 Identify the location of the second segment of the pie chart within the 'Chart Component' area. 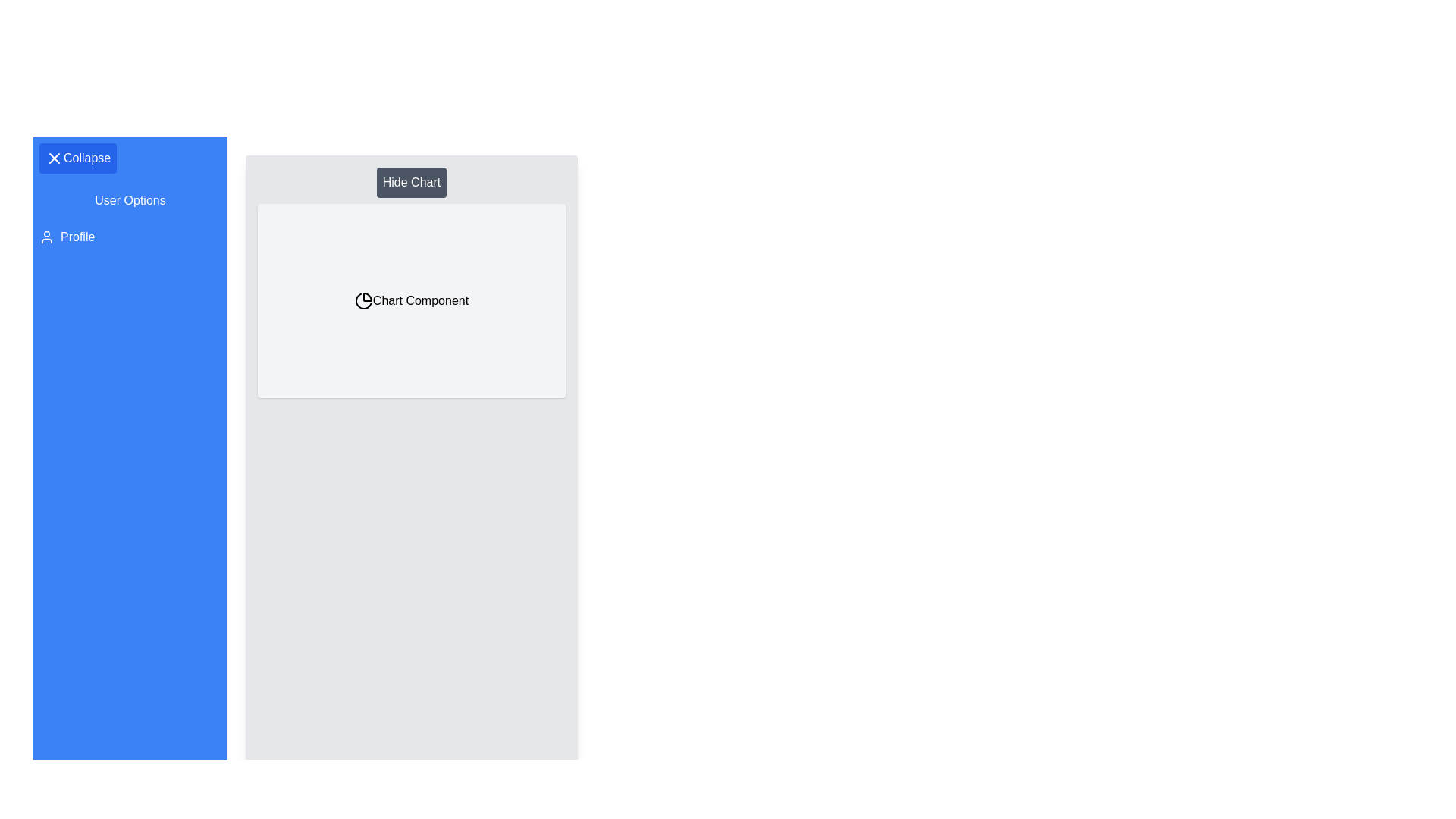
(362, 301).